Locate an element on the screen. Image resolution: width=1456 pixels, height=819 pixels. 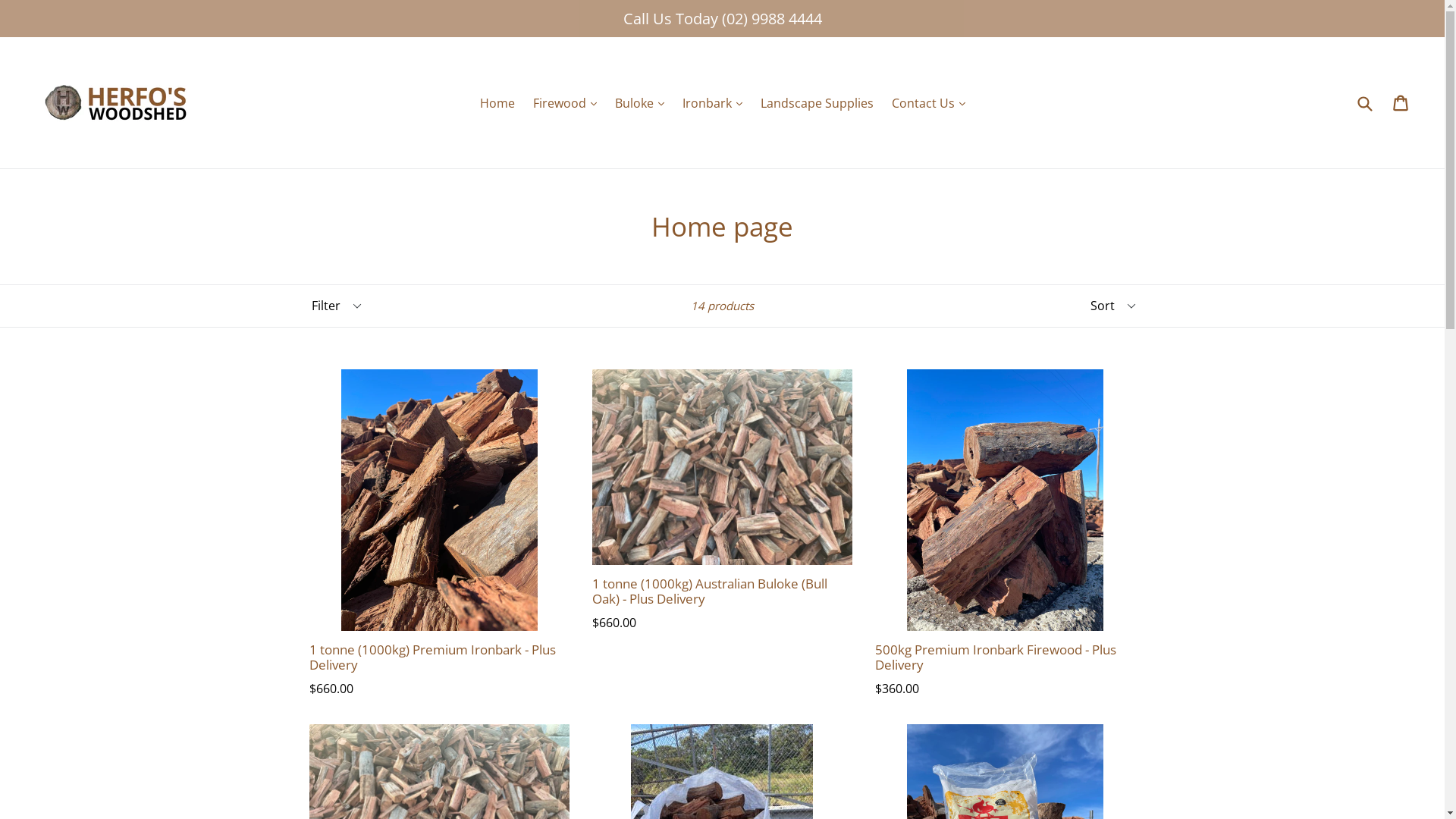
'Home' is located at coordinates (496, 102).